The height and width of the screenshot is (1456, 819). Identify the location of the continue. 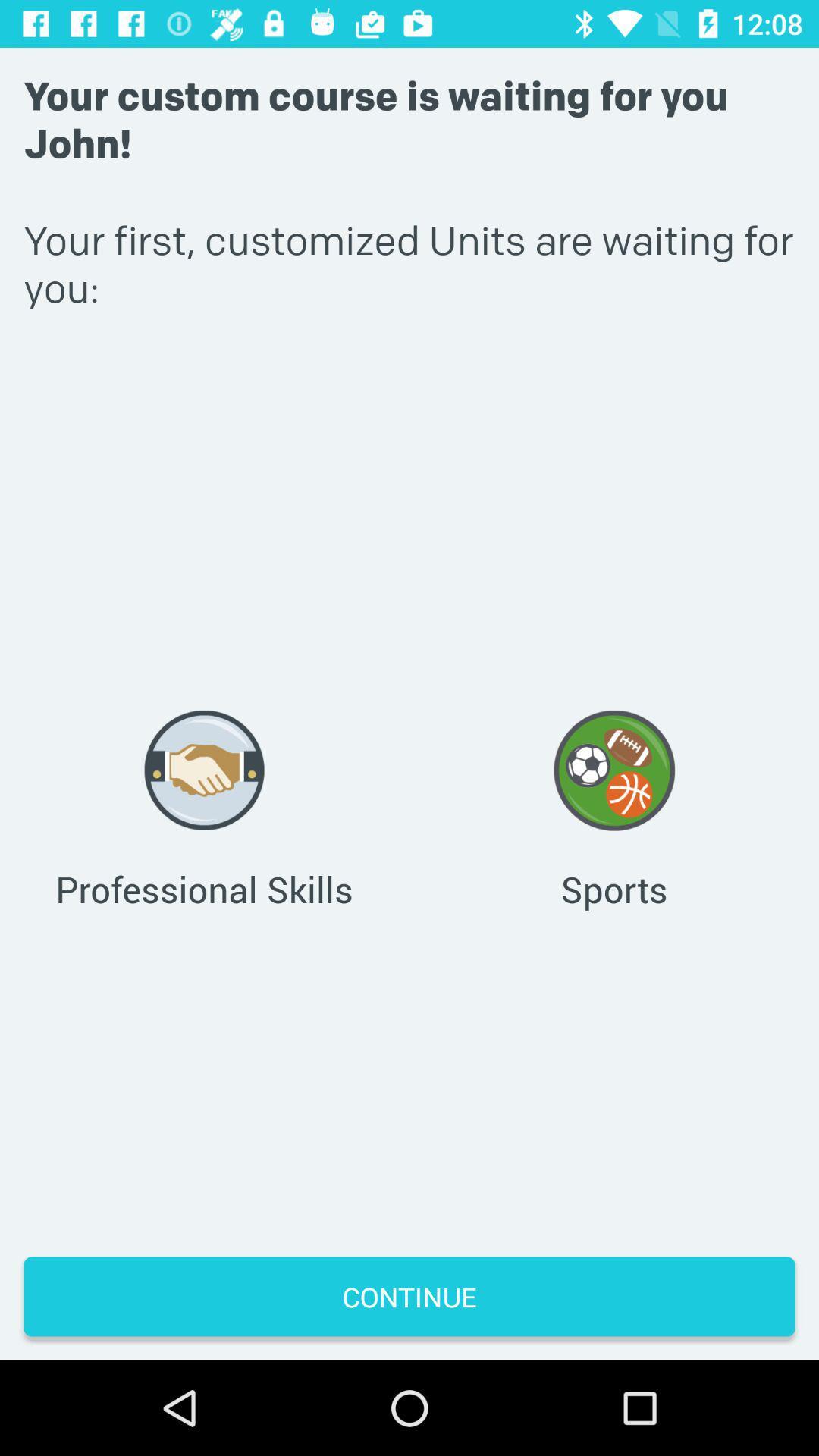
(409, 1295).